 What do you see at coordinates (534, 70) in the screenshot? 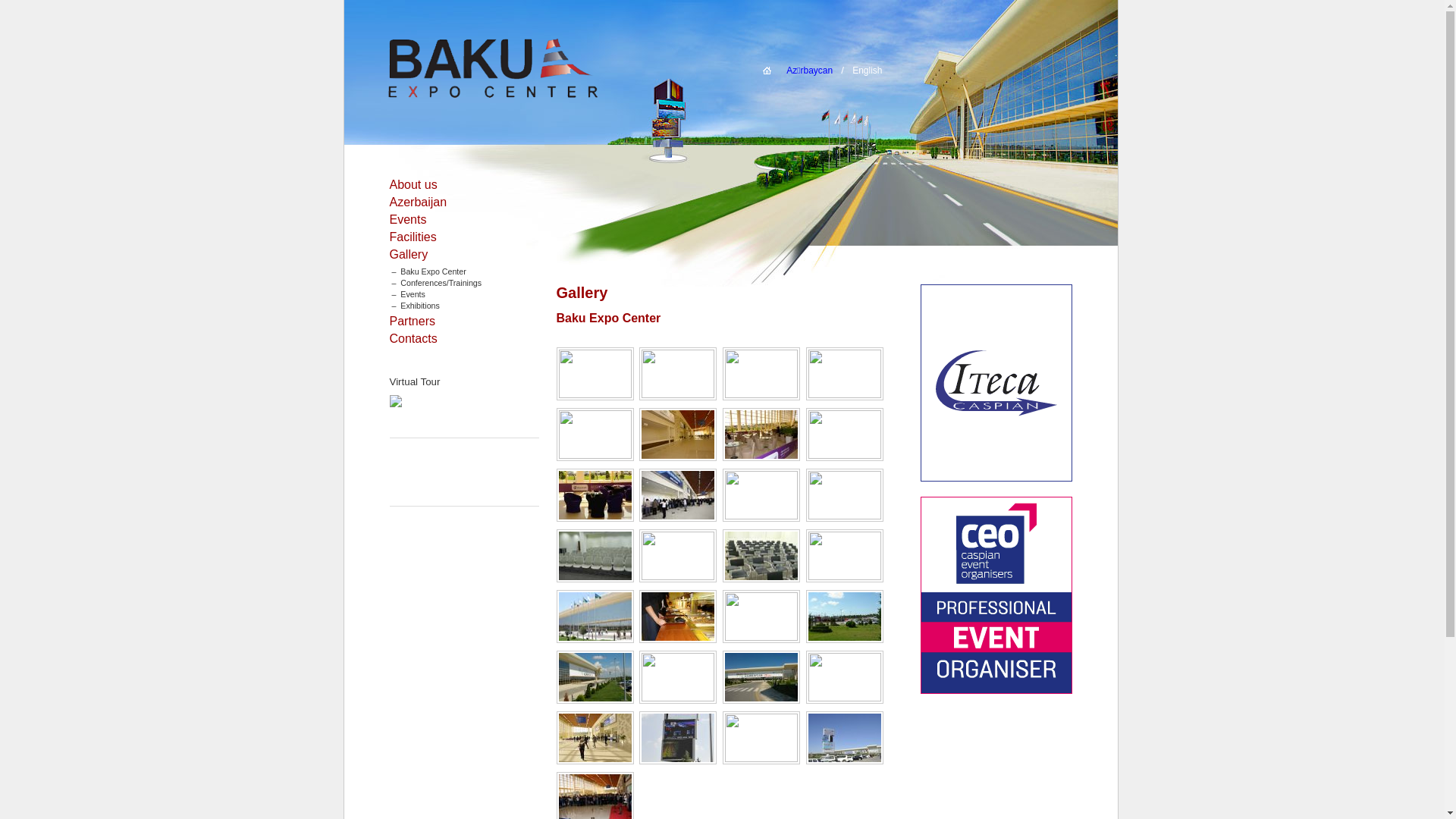
I see `'Baku Expo Center'` at bounding box center [534, 70].